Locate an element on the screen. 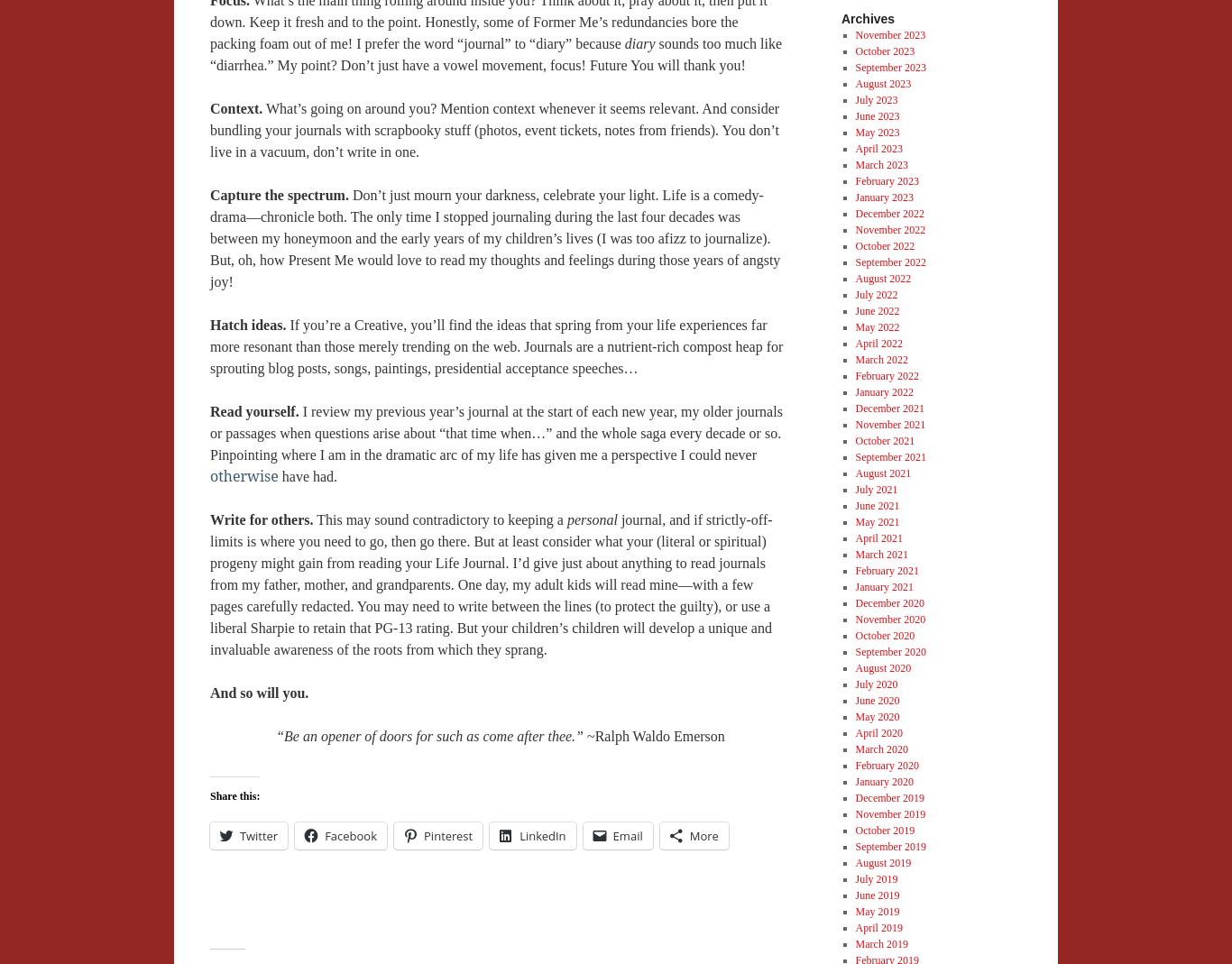  'May 2022' is located at coordinates (877, 326).